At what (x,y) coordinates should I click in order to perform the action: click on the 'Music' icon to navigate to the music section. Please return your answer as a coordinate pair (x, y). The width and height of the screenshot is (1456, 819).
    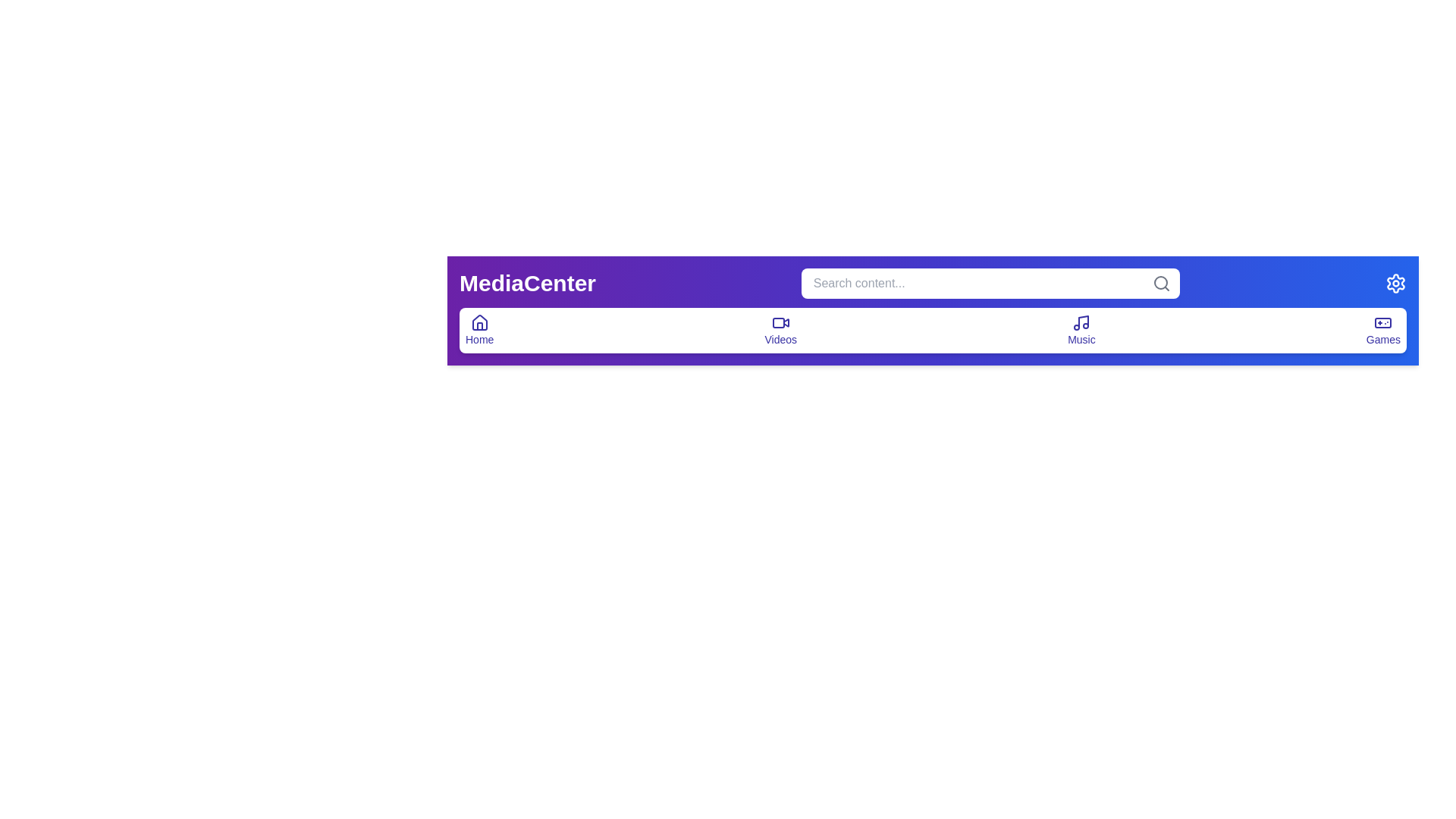
    Looking at the image, I should click on (1080, 329).